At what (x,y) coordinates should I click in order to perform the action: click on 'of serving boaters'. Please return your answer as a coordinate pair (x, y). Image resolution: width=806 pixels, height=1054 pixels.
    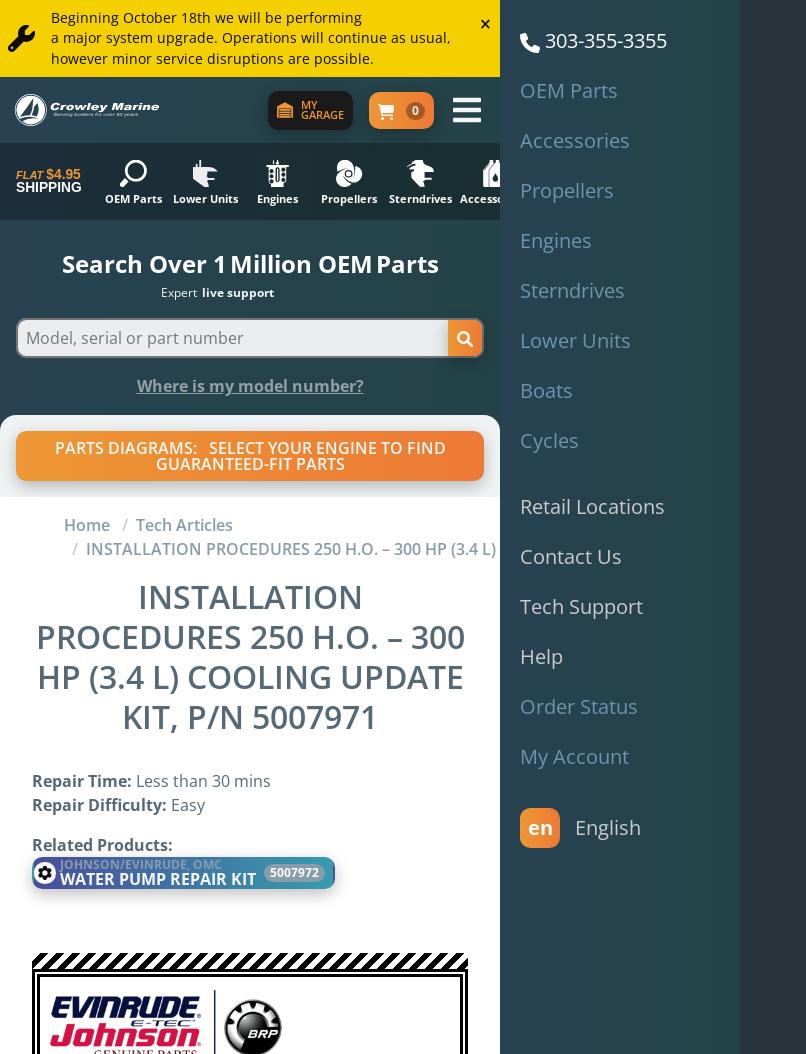
    Looking at the image, I should click on (715, 291).